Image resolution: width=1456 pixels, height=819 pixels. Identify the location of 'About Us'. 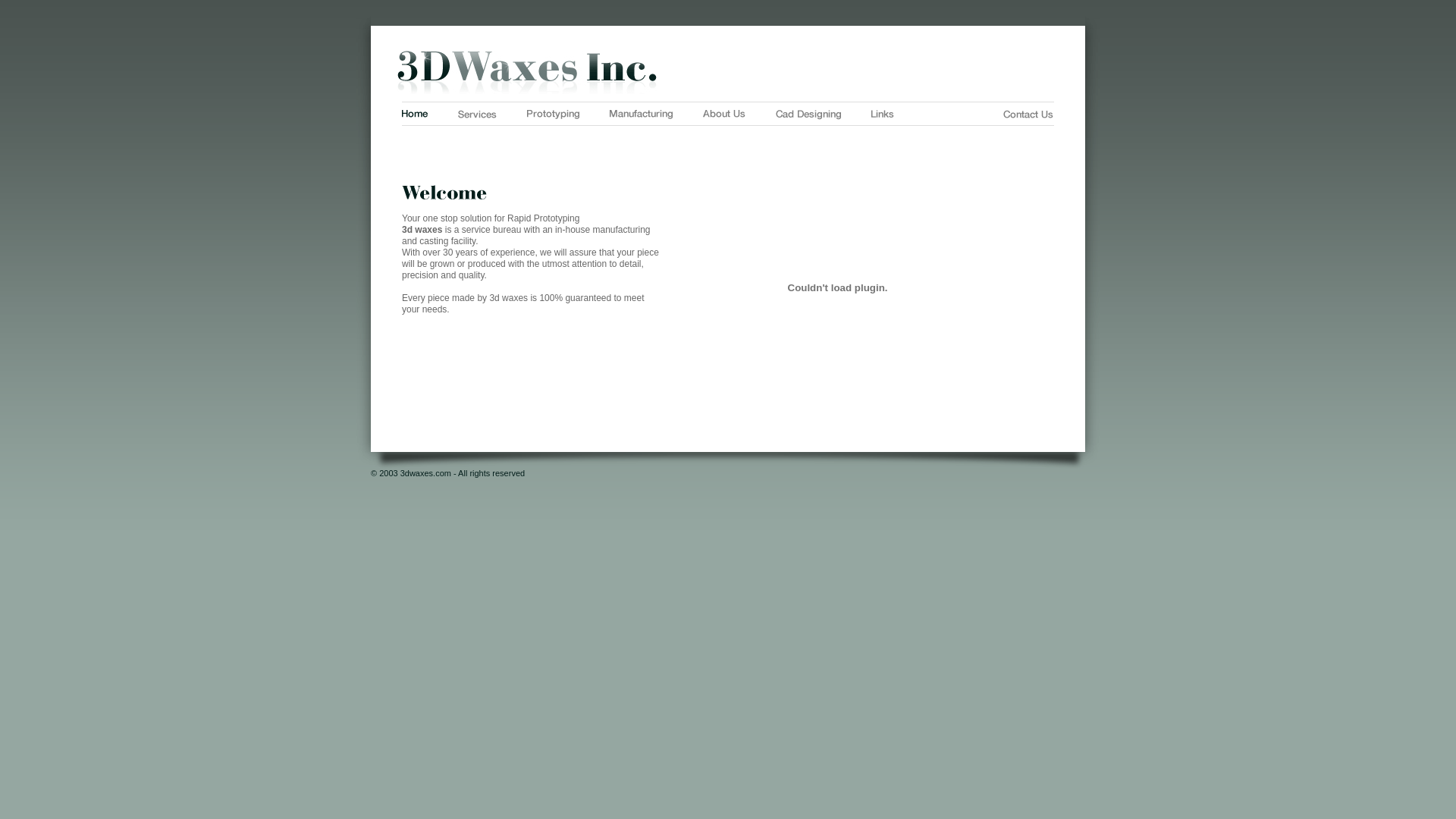
(723, 113).